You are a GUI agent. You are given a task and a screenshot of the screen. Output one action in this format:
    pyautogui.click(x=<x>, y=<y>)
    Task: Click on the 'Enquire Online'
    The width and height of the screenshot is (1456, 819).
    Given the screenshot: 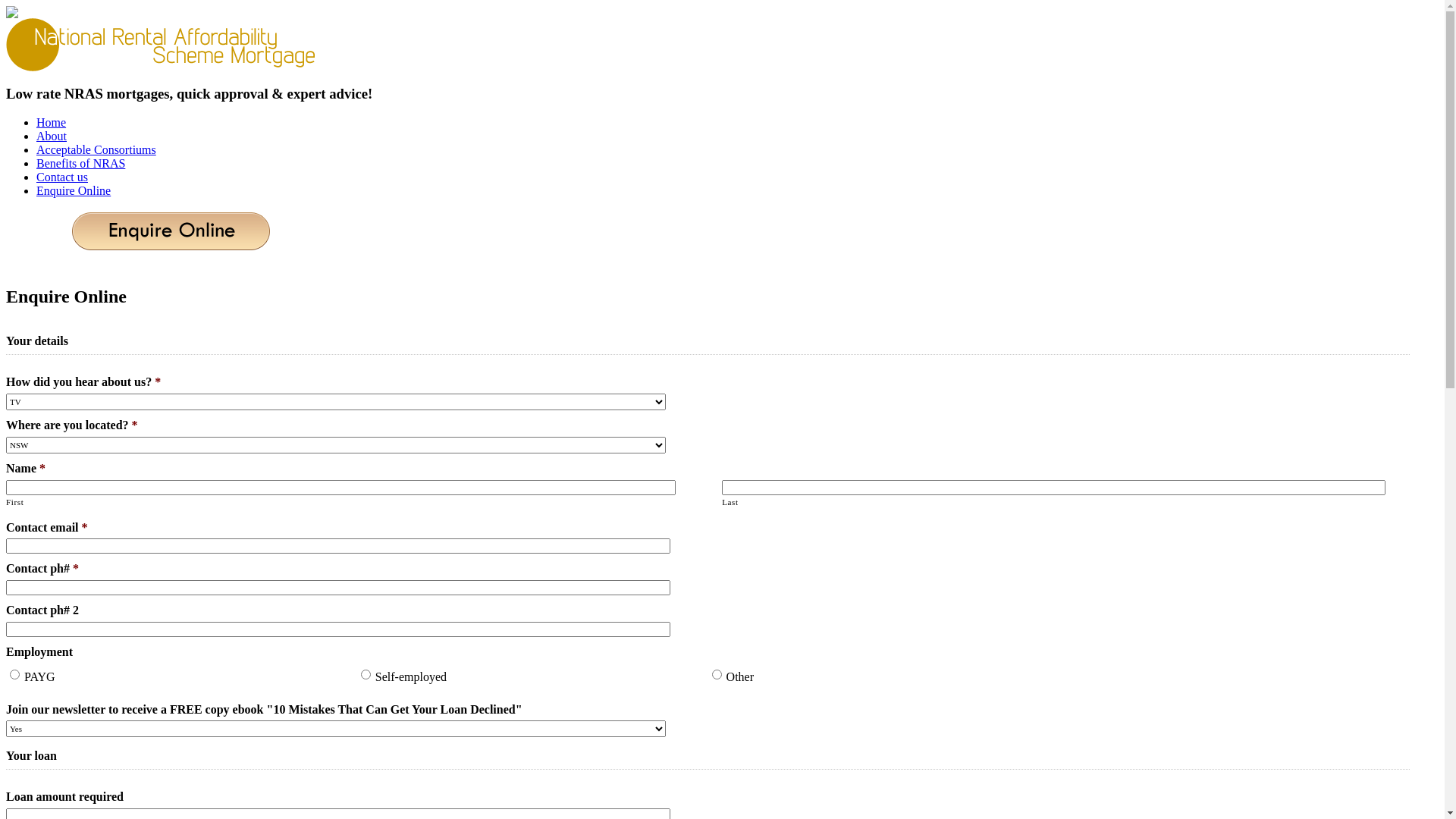 What is the action you would take?
    pyautogui.click(x=36, y=190)
    